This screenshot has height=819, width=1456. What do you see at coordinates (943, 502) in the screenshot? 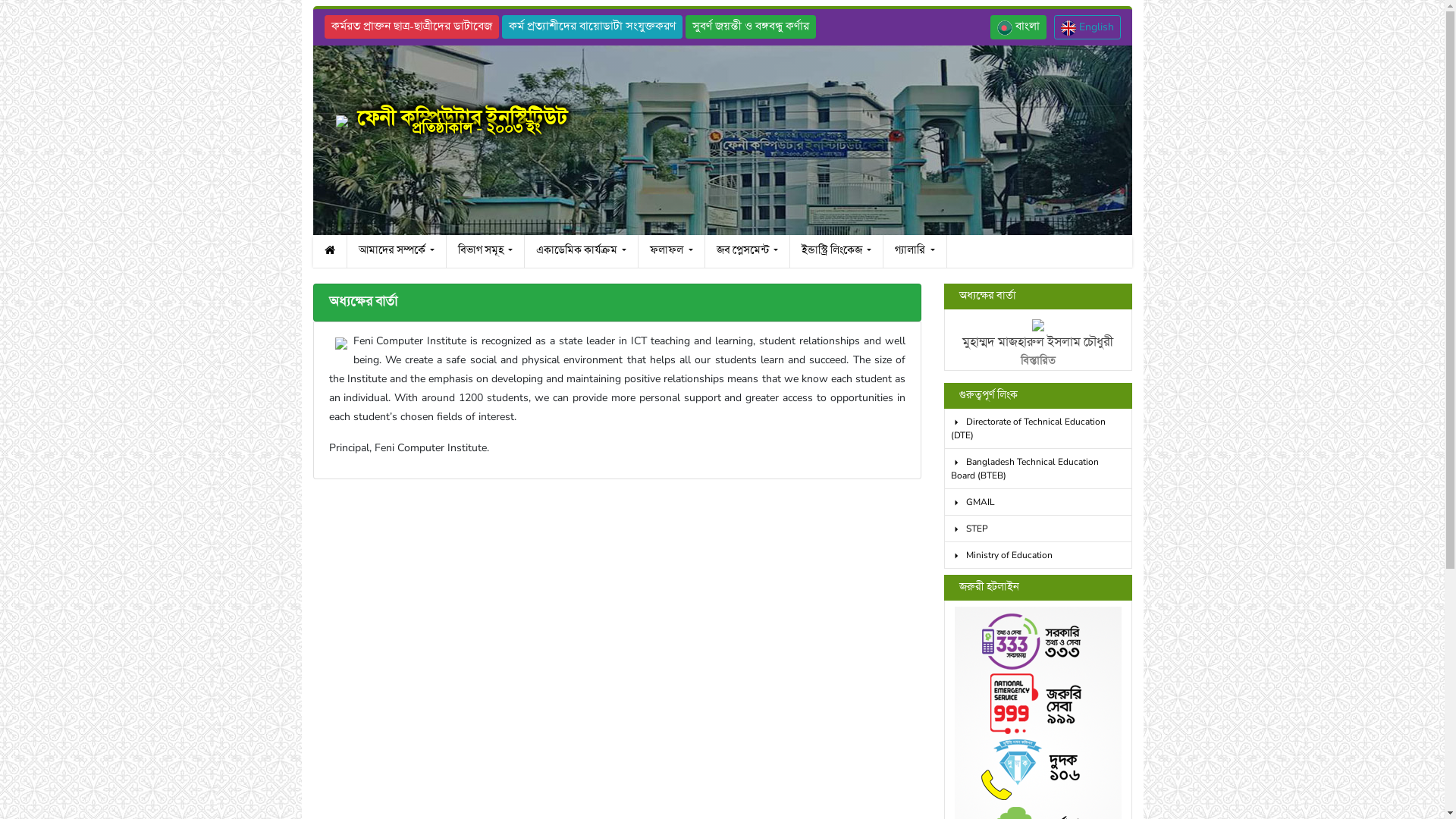
I see `'  GMAIL'` at bounding box center [943, 502].